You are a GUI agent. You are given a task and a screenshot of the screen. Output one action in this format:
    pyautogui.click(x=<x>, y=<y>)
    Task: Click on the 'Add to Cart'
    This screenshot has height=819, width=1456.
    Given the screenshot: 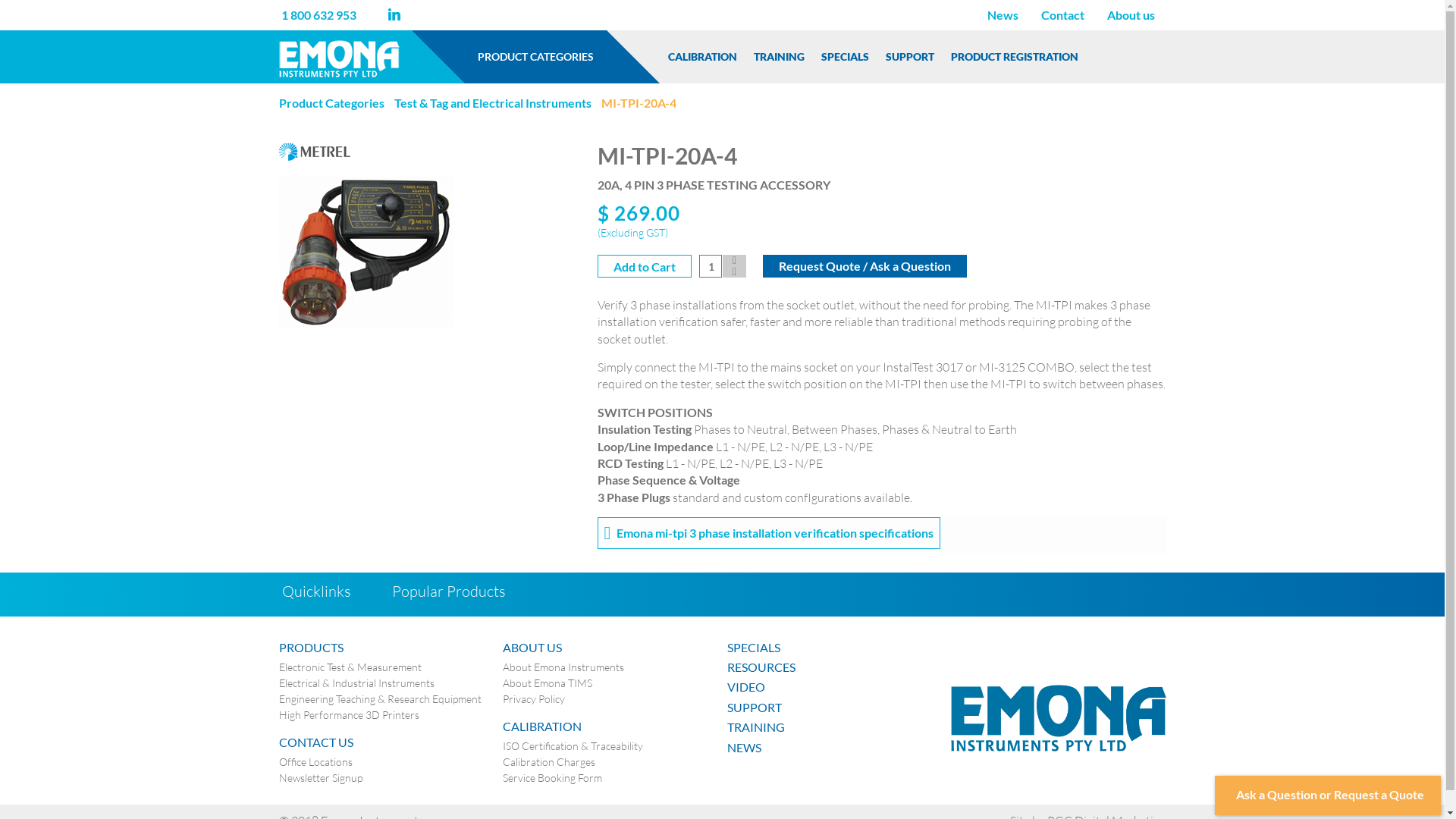 What is the action you would take?
    pyautogui.click(x=644, y=265)
    